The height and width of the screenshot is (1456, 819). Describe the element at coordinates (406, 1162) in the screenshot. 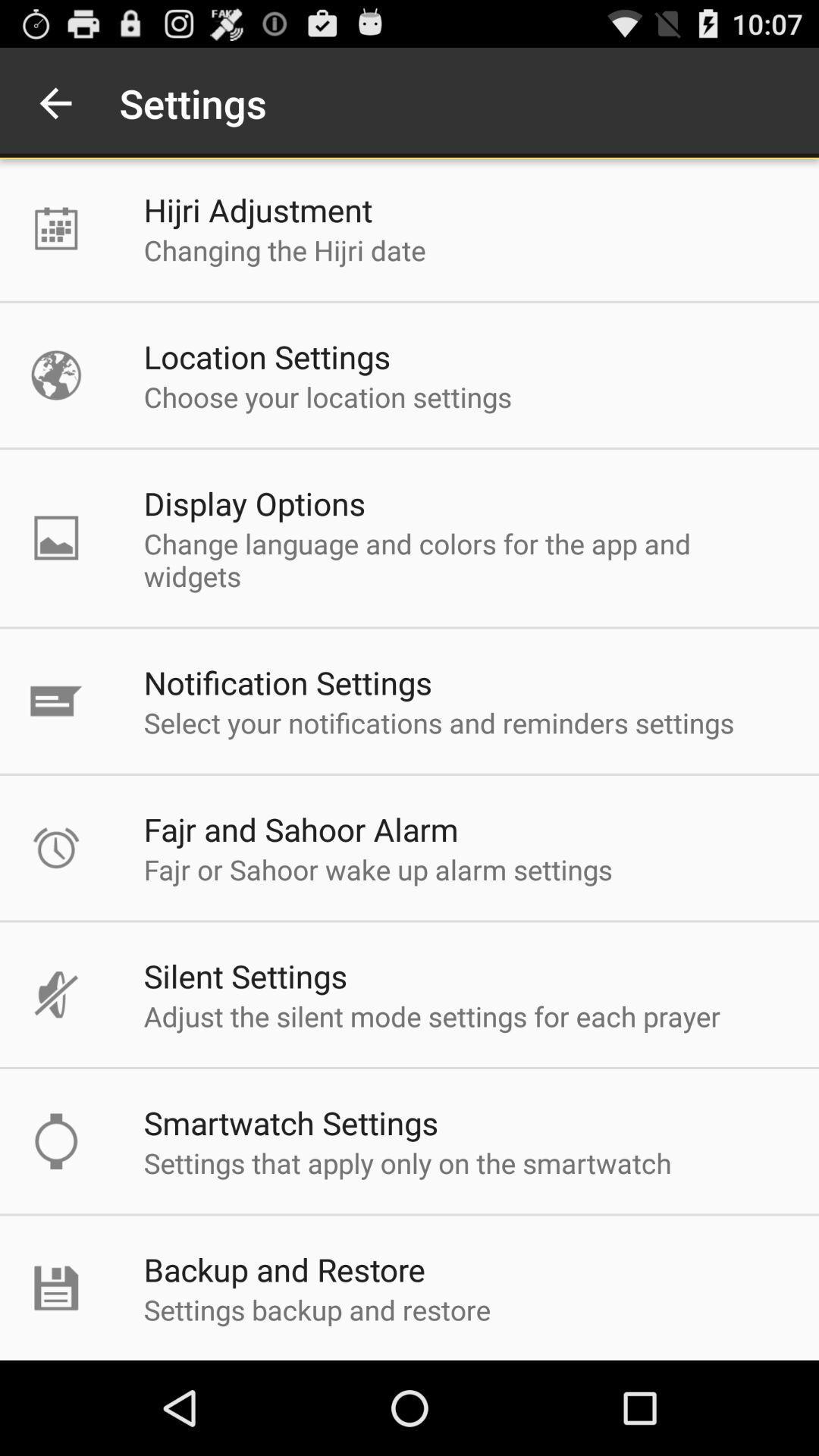

I see `settings that apply icon` at that location.